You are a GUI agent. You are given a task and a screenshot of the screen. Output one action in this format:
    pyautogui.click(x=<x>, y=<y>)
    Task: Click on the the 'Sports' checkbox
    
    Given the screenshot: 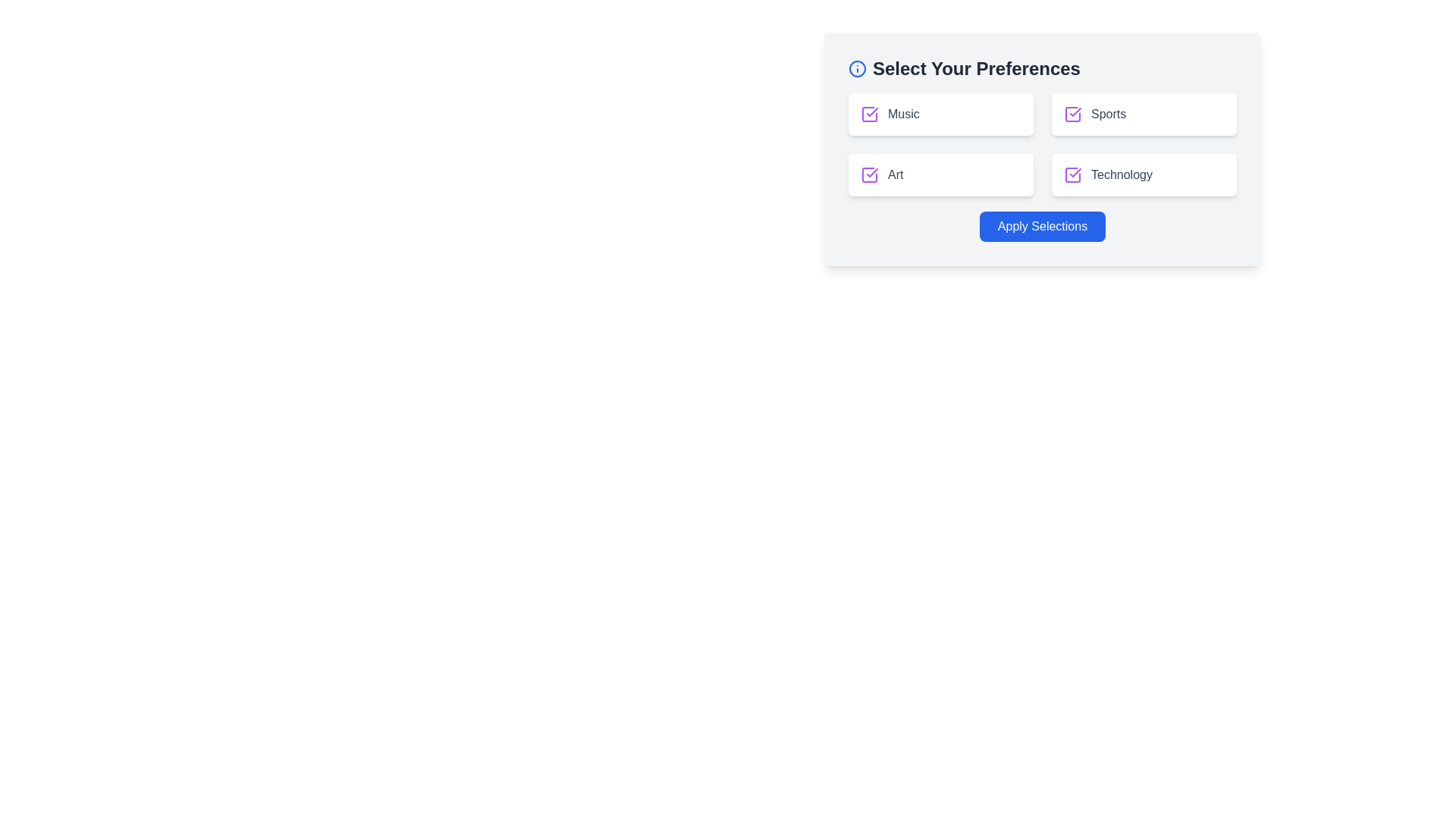 What is the action you would take?
    pyautogui.click(x=1144, y=113)
    